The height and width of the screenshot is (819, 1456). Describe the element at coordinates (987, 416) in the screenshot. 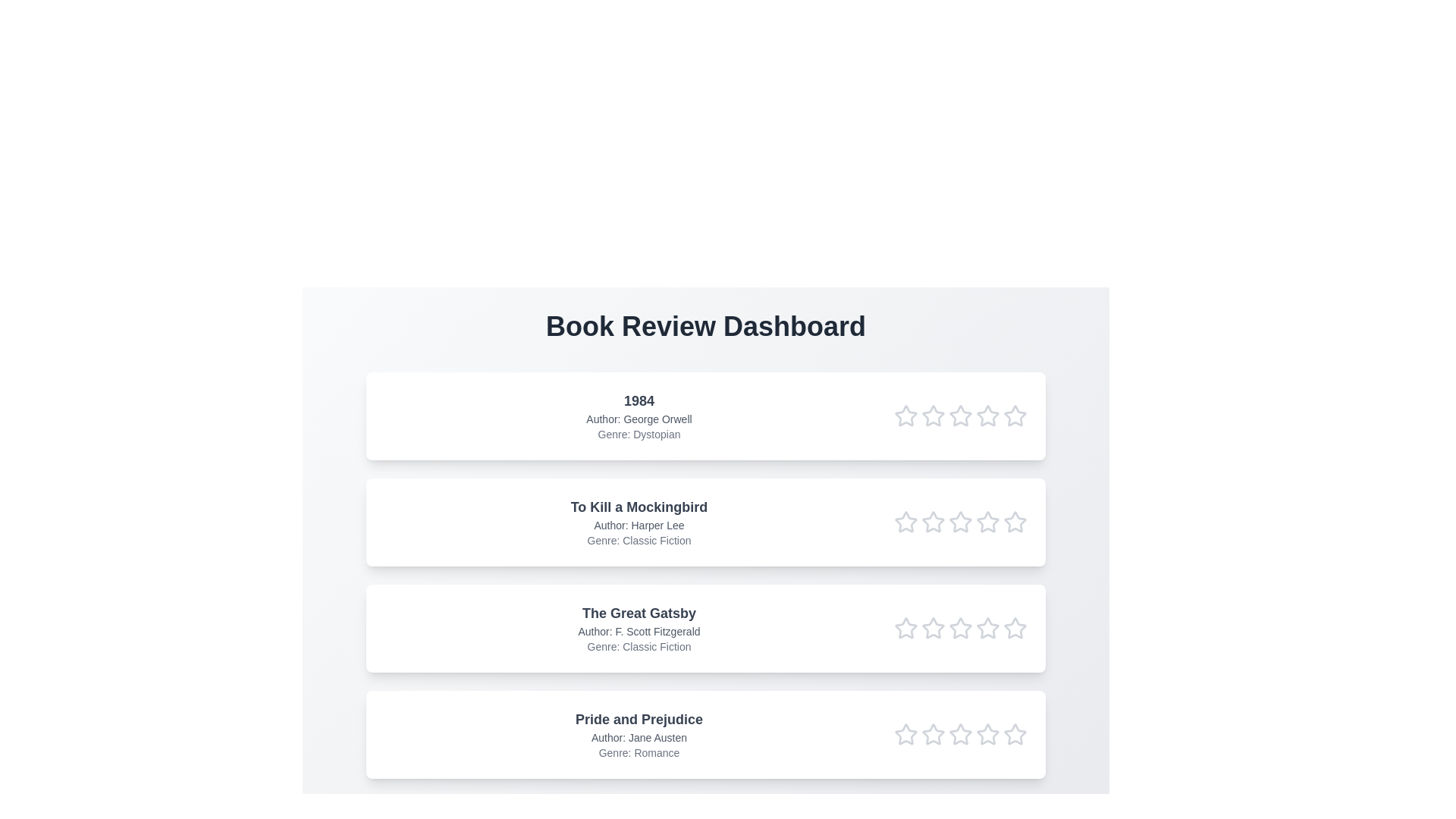

I see `the rating of the book '1984' to 4 stars by clicking on the respective star` at that location.